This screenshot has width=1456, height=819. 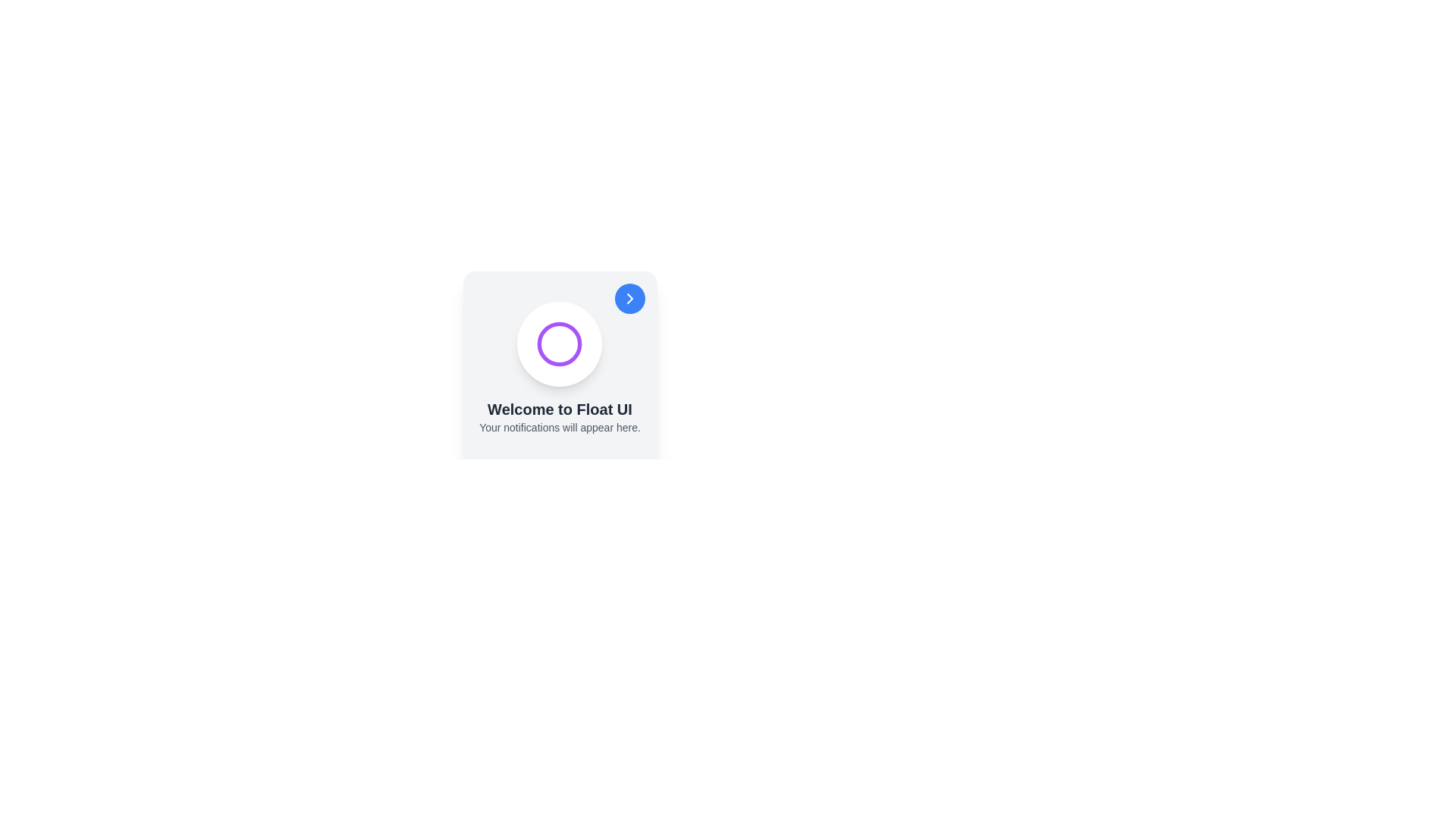 What do you see at coordinates (559, 409) in the screenshot?
I see `the prominent welcoming headline text located at the top text row of the card, which is centrally positioned above the notification message and below the circular design` at bounding box center [559, 409].